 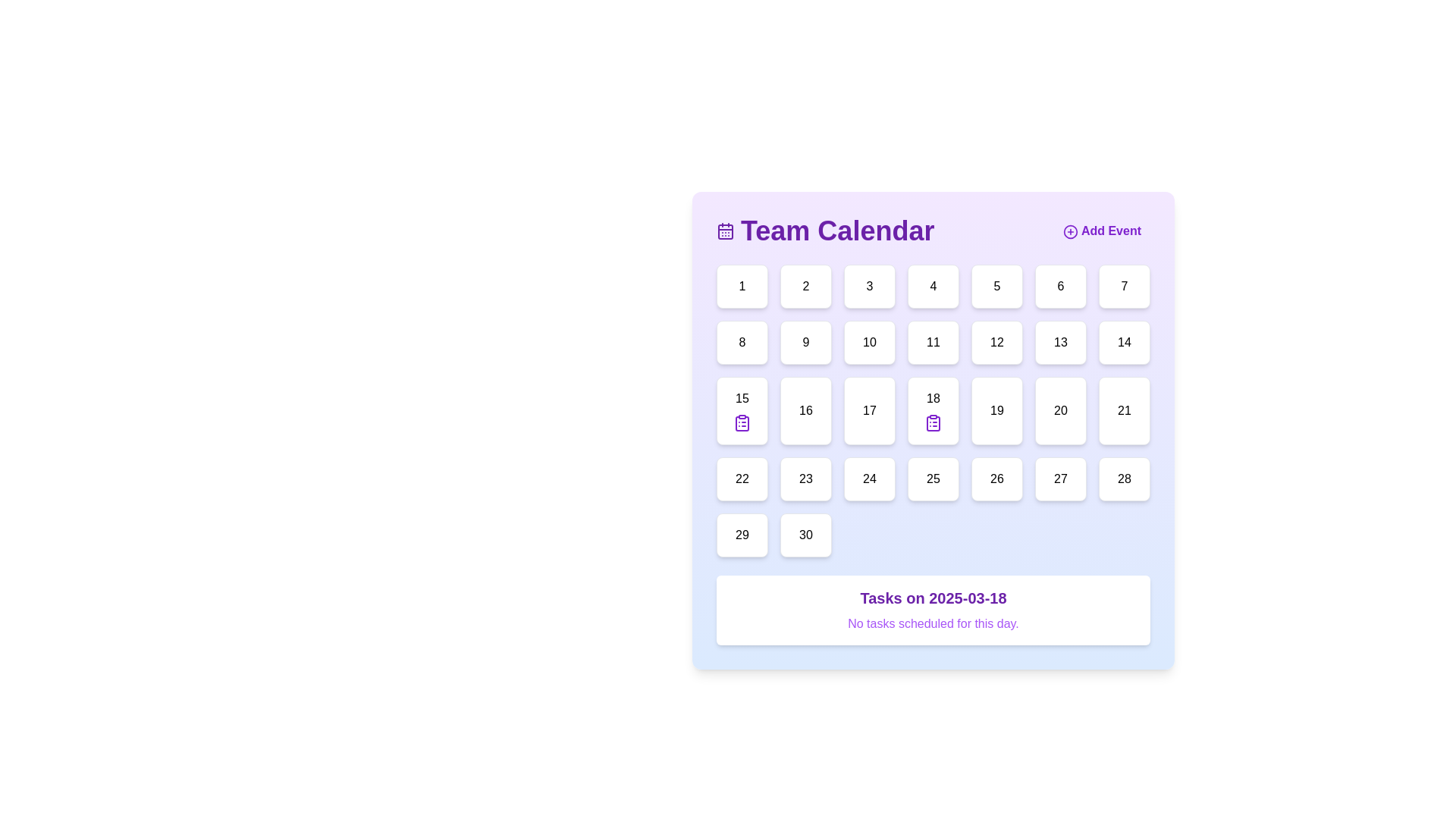 What do you see at coordinates (1125, 342) in the screenshot?
I see `the calendar date button representing the 14th day, located` at bounding box center [1125, 342].